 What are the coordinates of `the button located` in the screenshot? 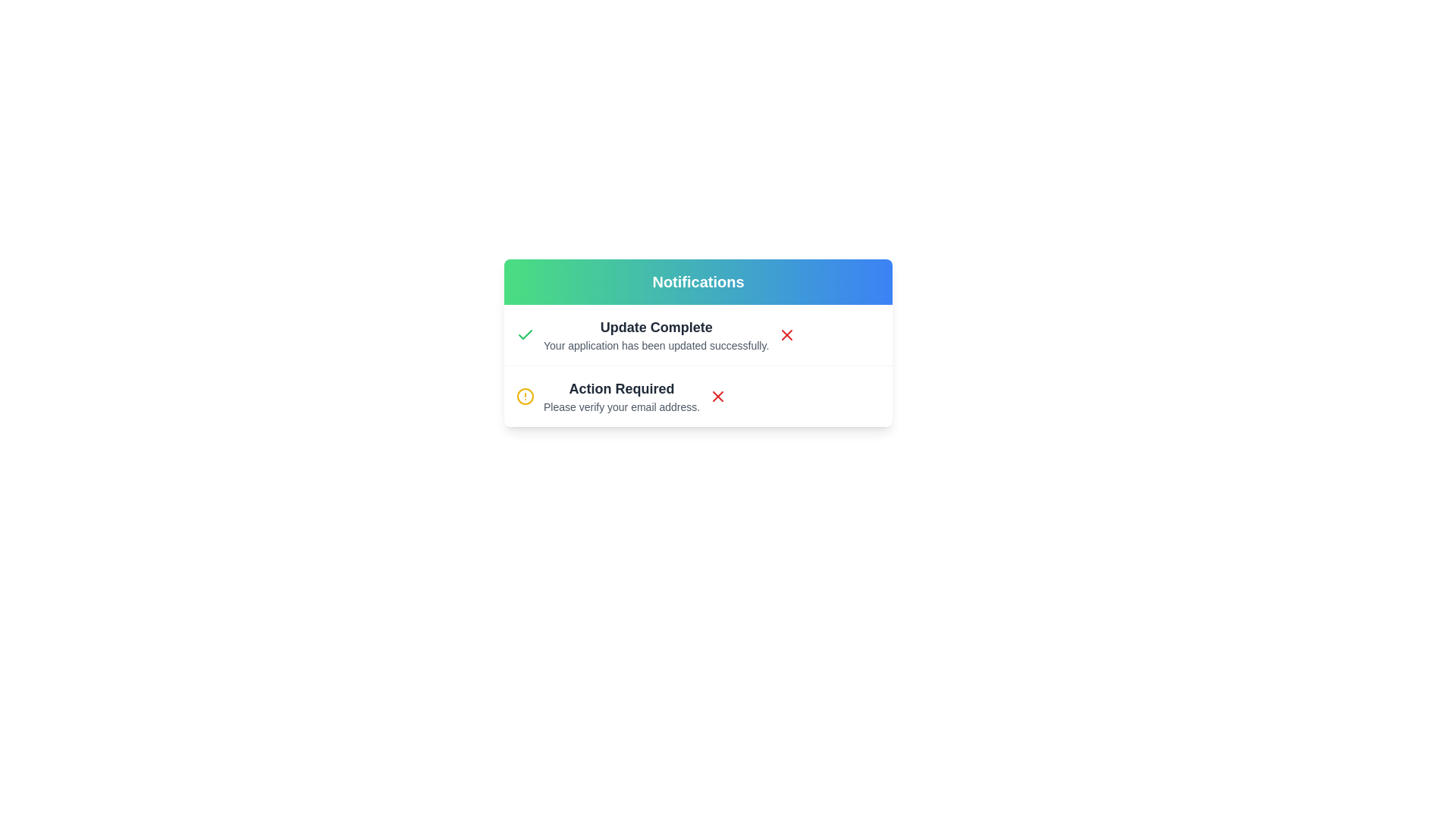 It's located at (717, 396).